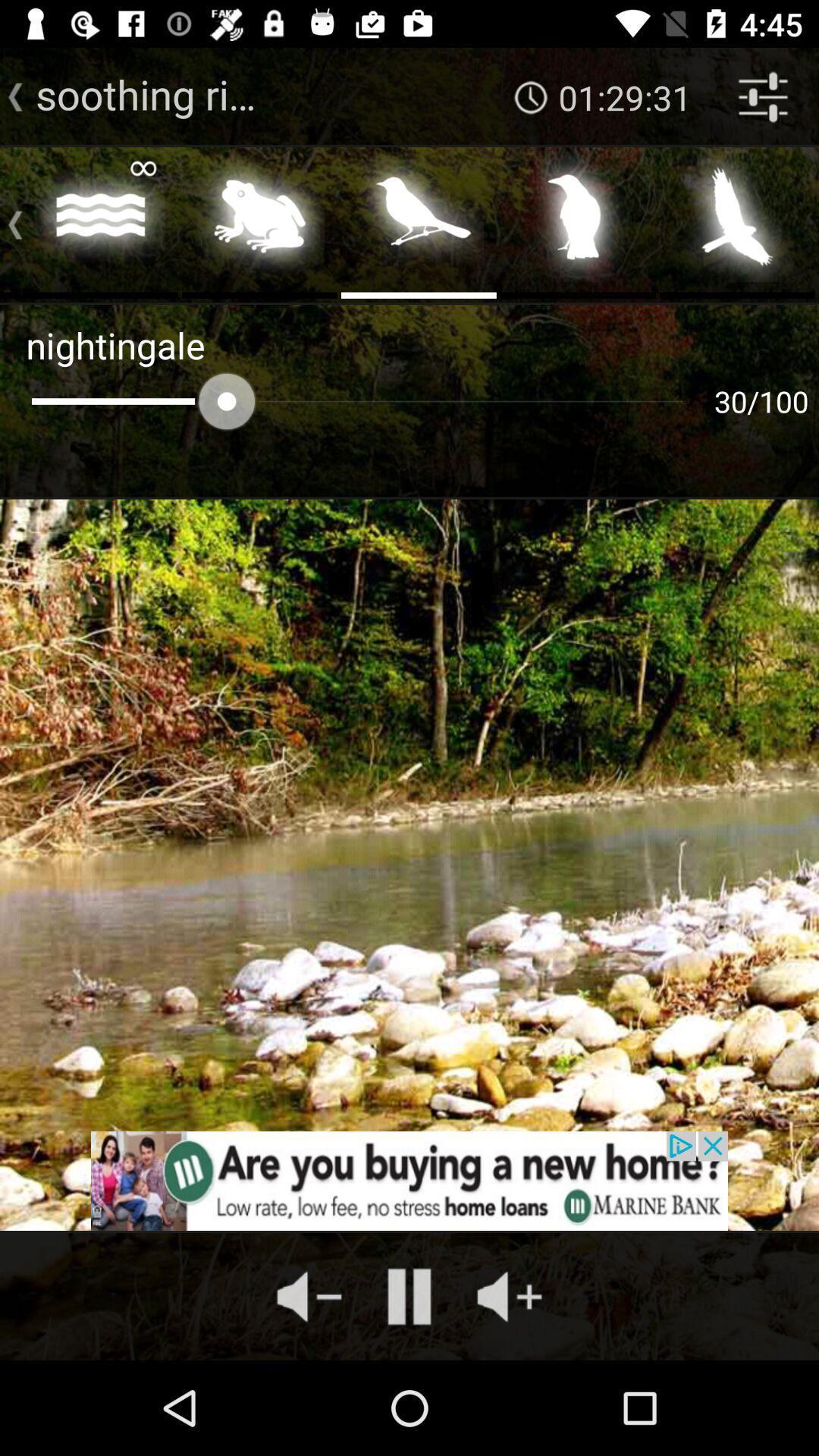  Describe the element at coordinates (9, 221) in the screenshot. I see `more options` at that location.